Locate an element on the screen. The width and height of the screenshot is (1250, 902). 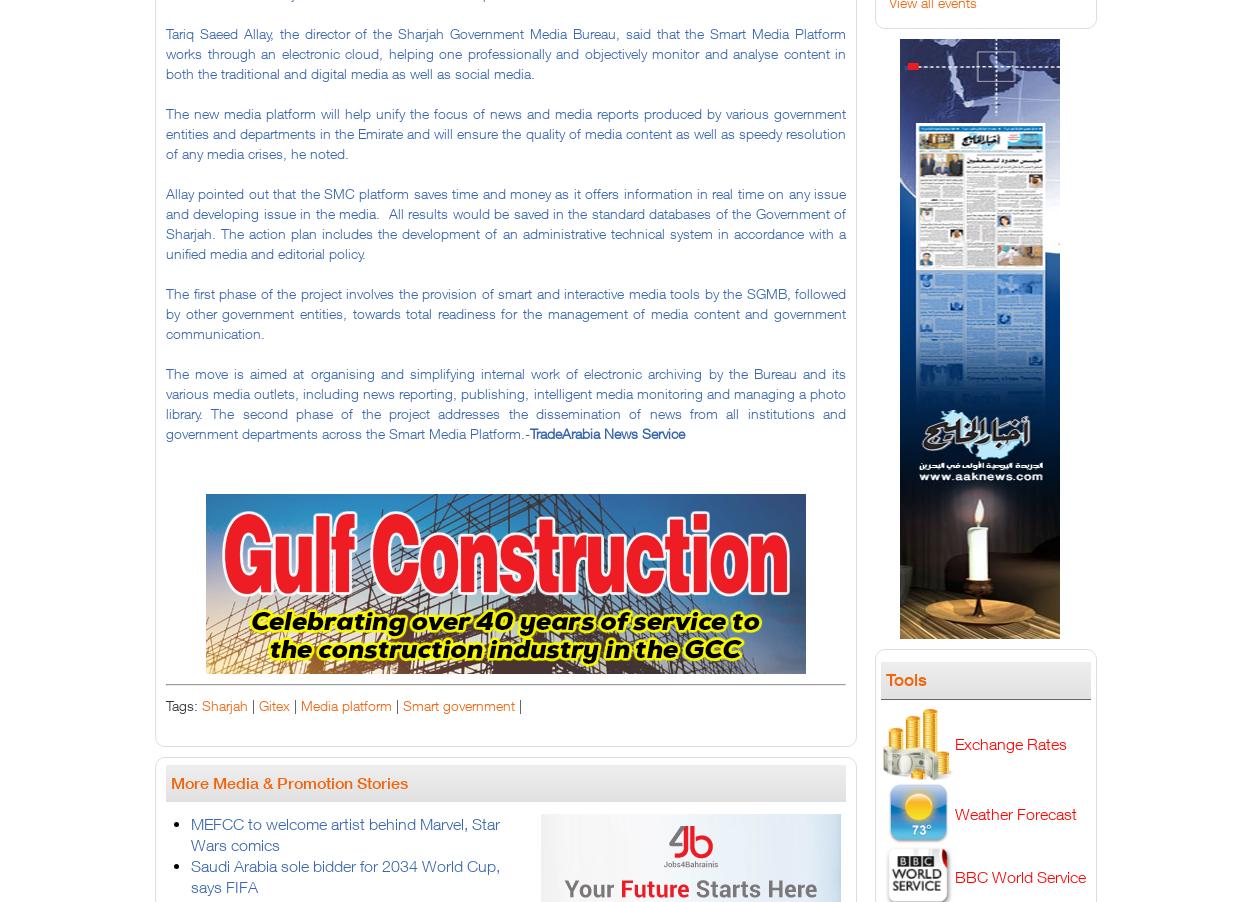
'Tools' is located at coordinates (886, 680).